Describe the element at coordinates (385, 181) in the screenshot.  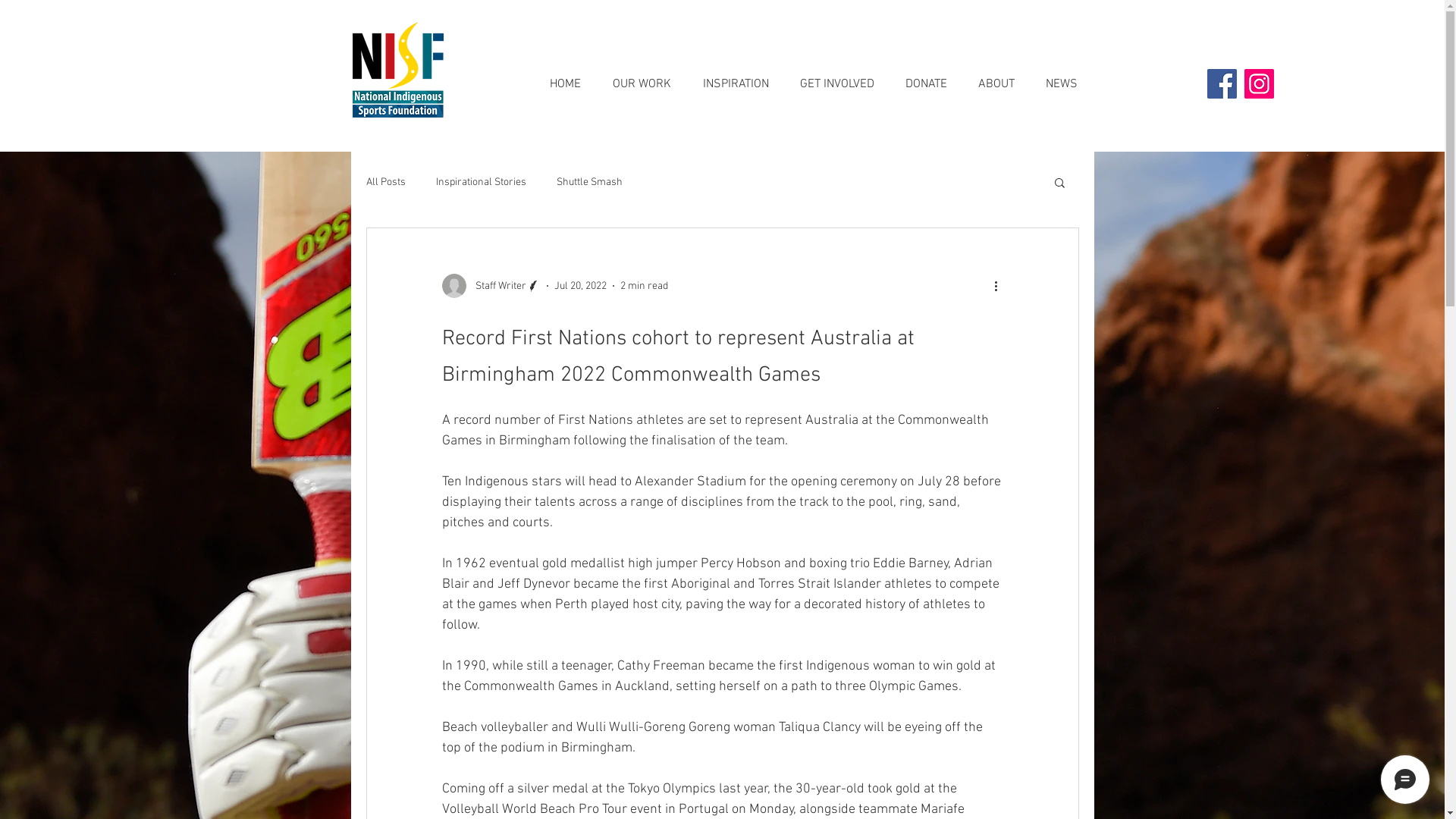
I see `'All Posts'` at that location.